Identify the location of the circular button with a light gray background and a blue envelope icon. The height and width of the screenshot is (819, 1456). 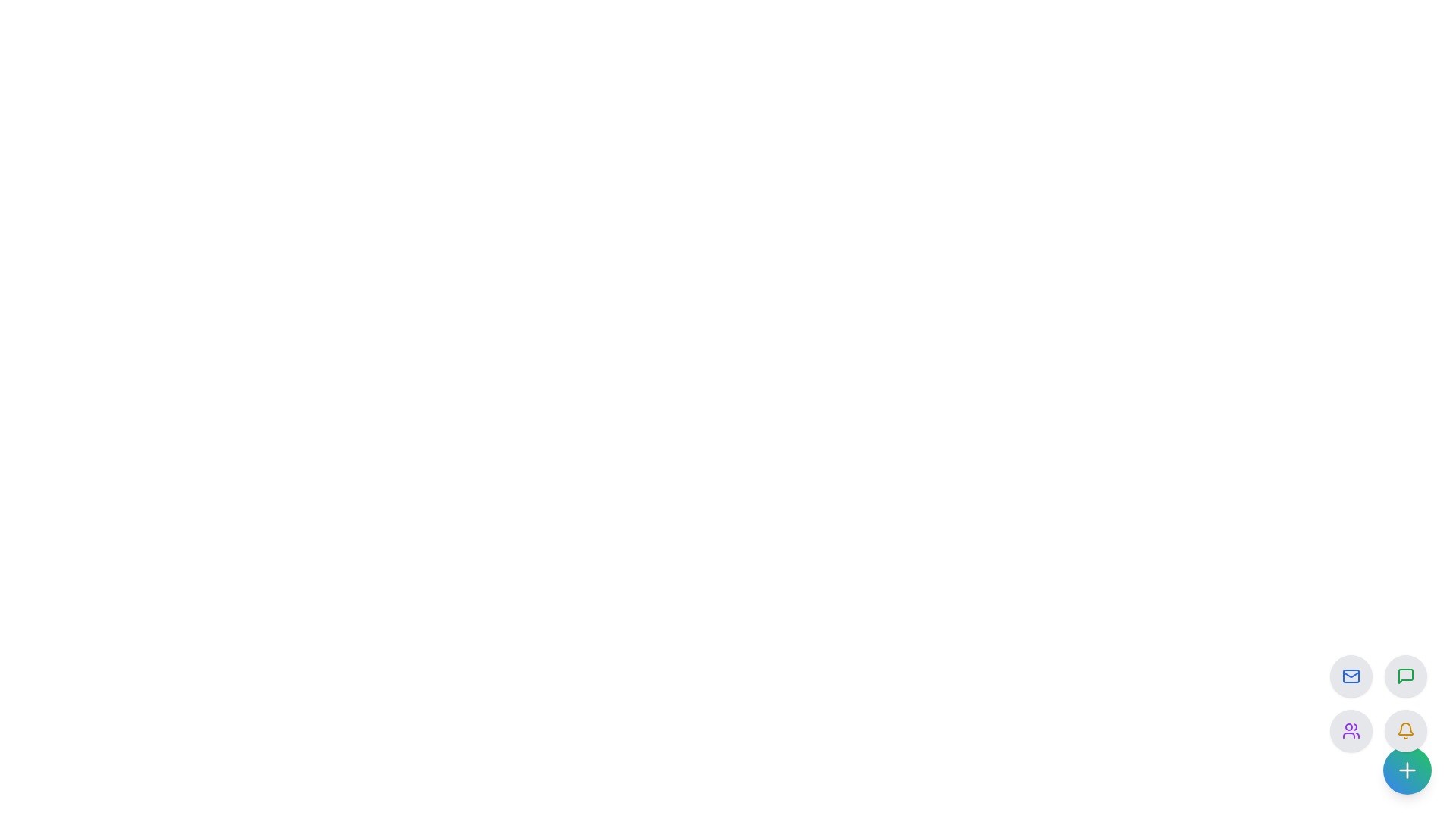
(1351, 675).